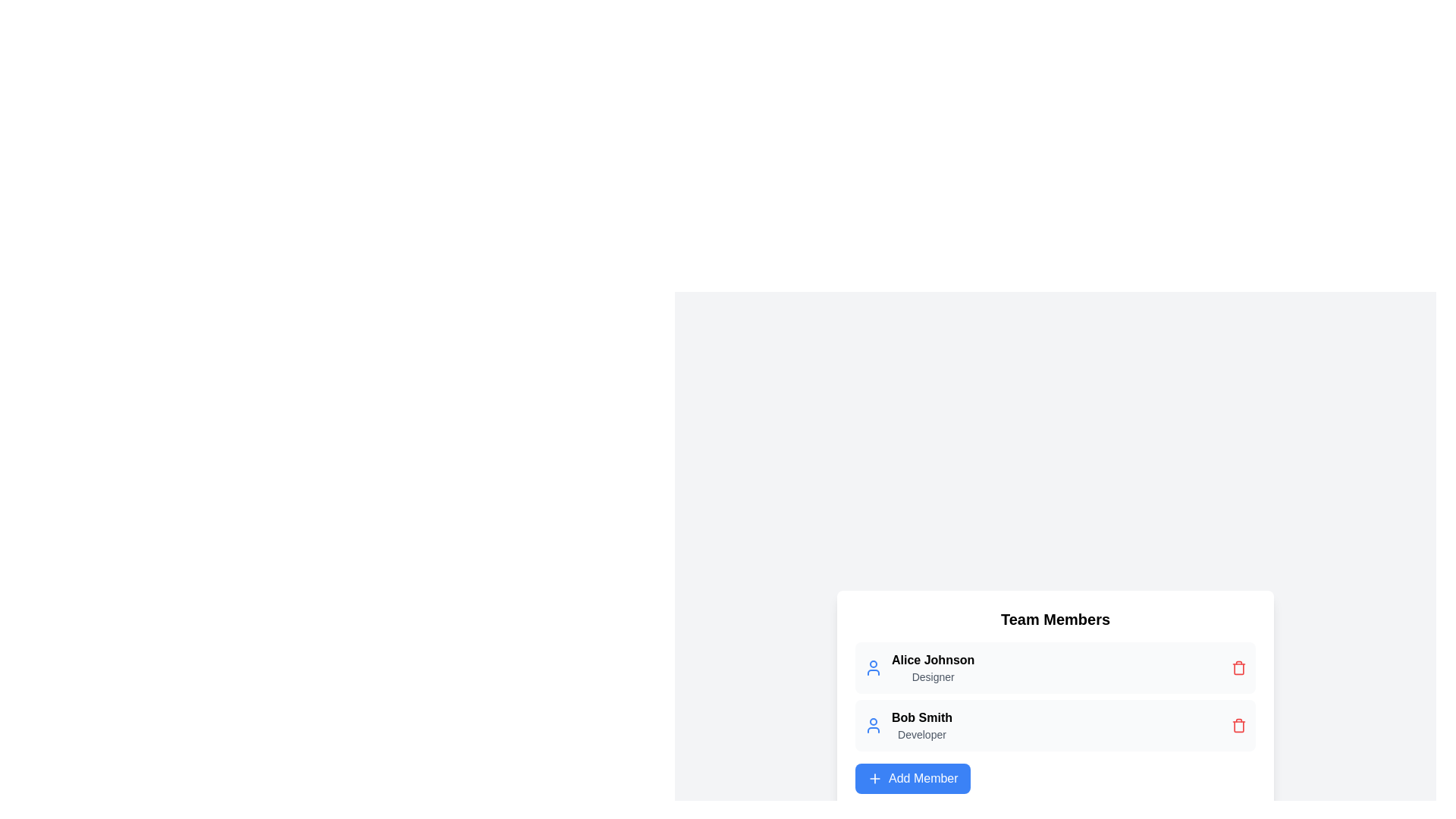  Describe the element at coordinates (874, 778) in the screenshot. I see `the 'Add Member' button, which is visually indicated by the plus sign icon, located at the bottom of the team members list` at that location.